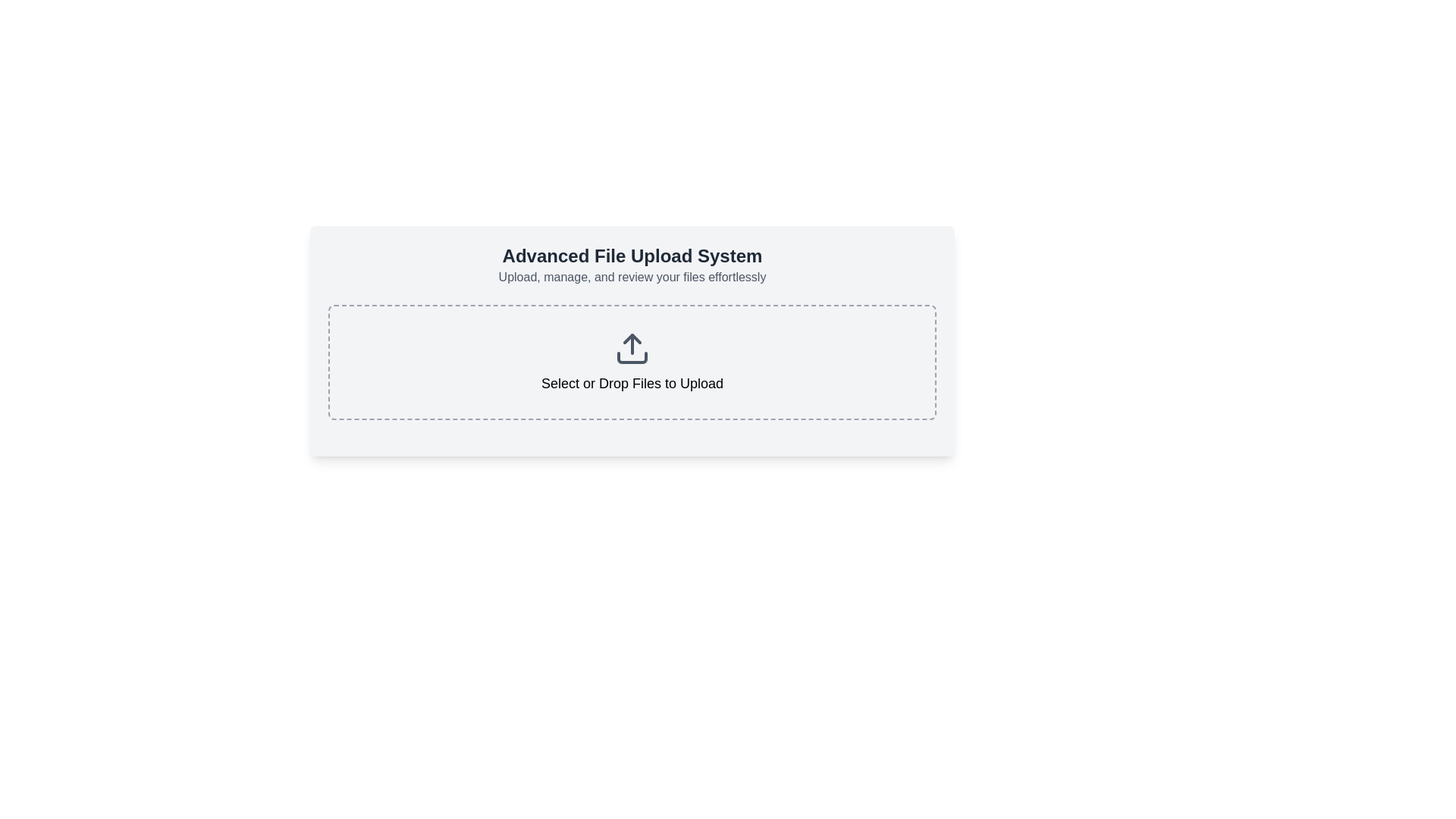 This screenshot has width=1456, height=819. I want to click on the static text field located below the 'Advanced File Upload System' text, which provides additional information about the interface, so click(632, 278).